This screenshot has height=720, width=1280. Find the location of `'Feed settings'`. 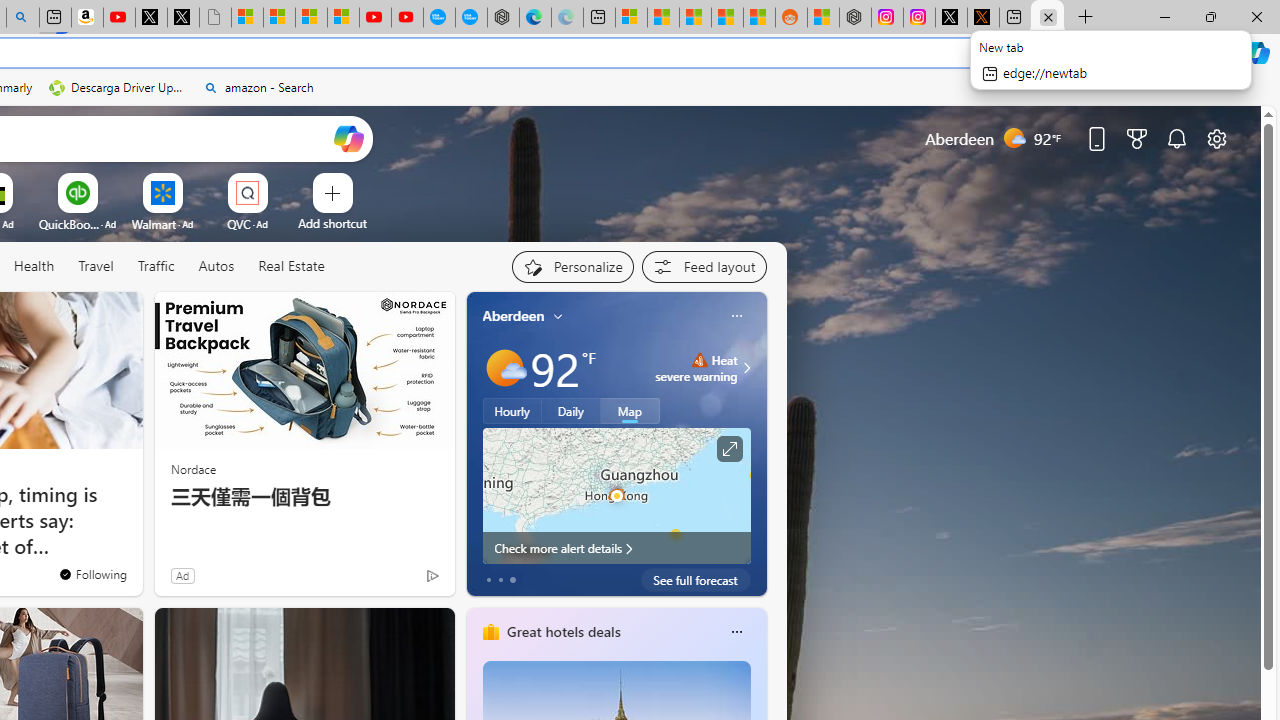

'Feed settings' is located at coordinates (704, 266).